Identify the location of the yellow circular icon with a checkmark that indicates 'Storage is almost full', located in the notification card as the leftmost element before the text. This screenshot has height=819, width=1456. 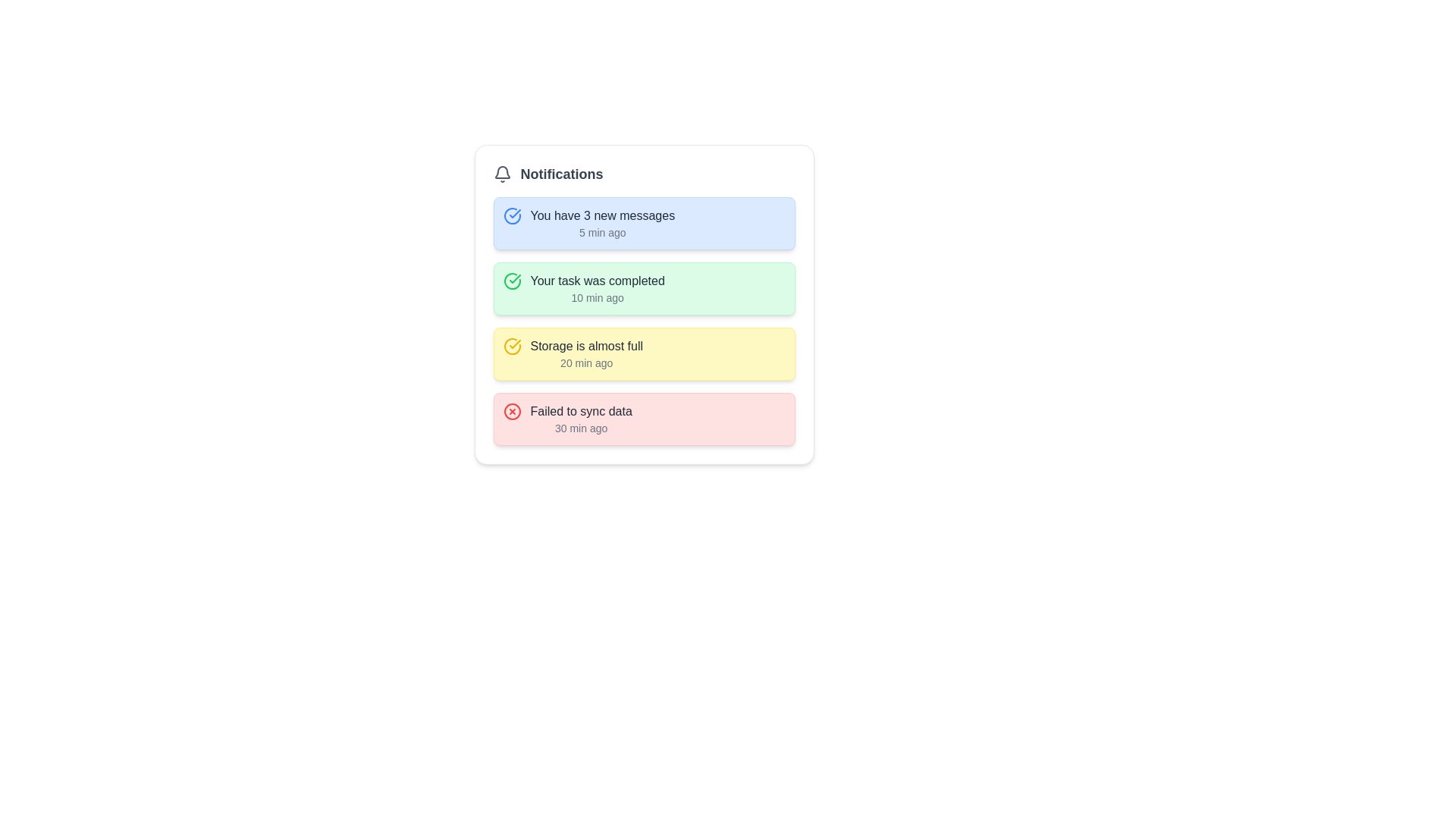
(512, 346).